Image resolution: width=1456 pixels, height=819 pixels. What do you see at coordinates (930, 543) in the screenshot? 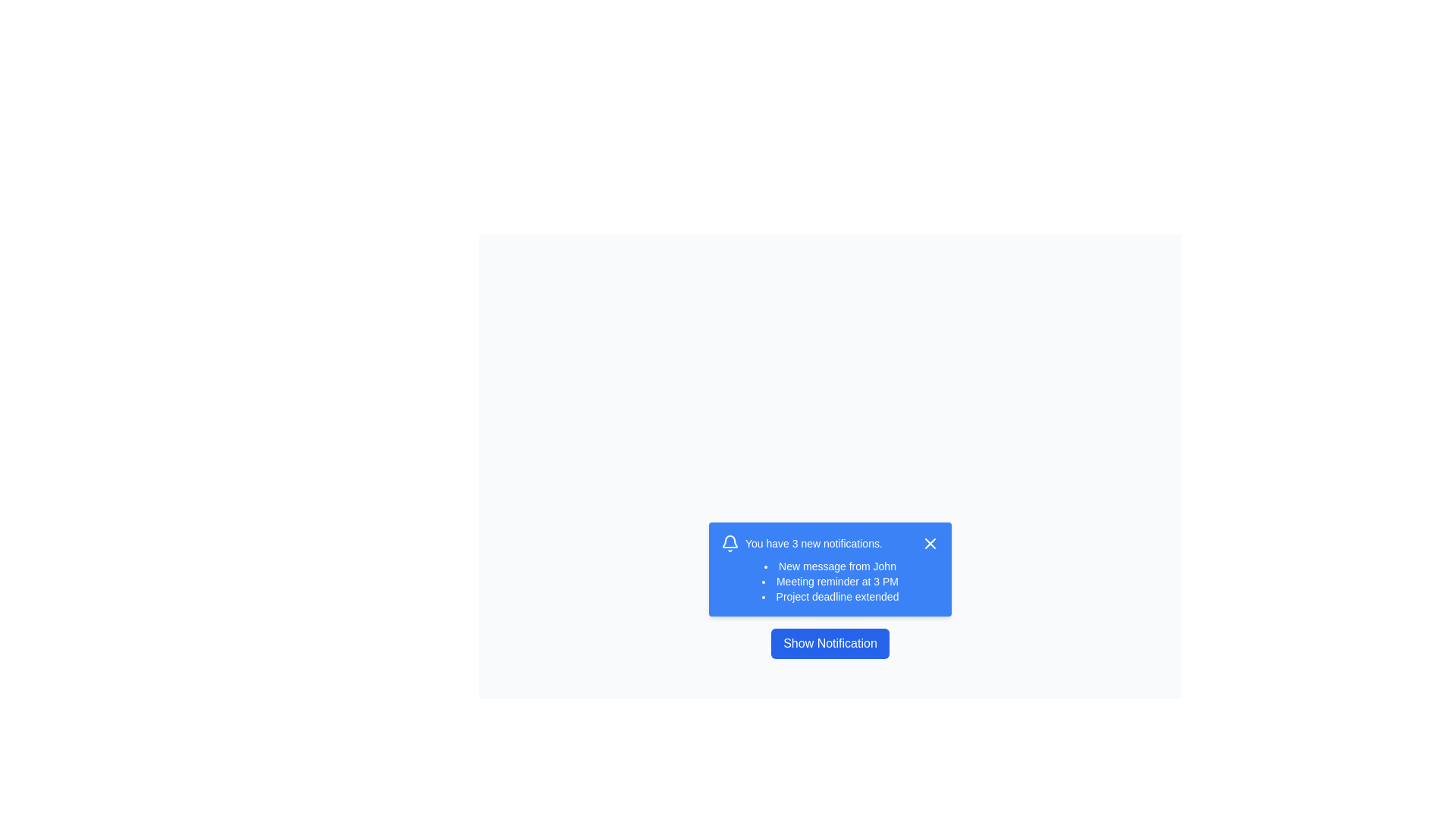
I see `the close button icon located in the top-right corner of the blue notification panel` at bounding box center [930, 543].